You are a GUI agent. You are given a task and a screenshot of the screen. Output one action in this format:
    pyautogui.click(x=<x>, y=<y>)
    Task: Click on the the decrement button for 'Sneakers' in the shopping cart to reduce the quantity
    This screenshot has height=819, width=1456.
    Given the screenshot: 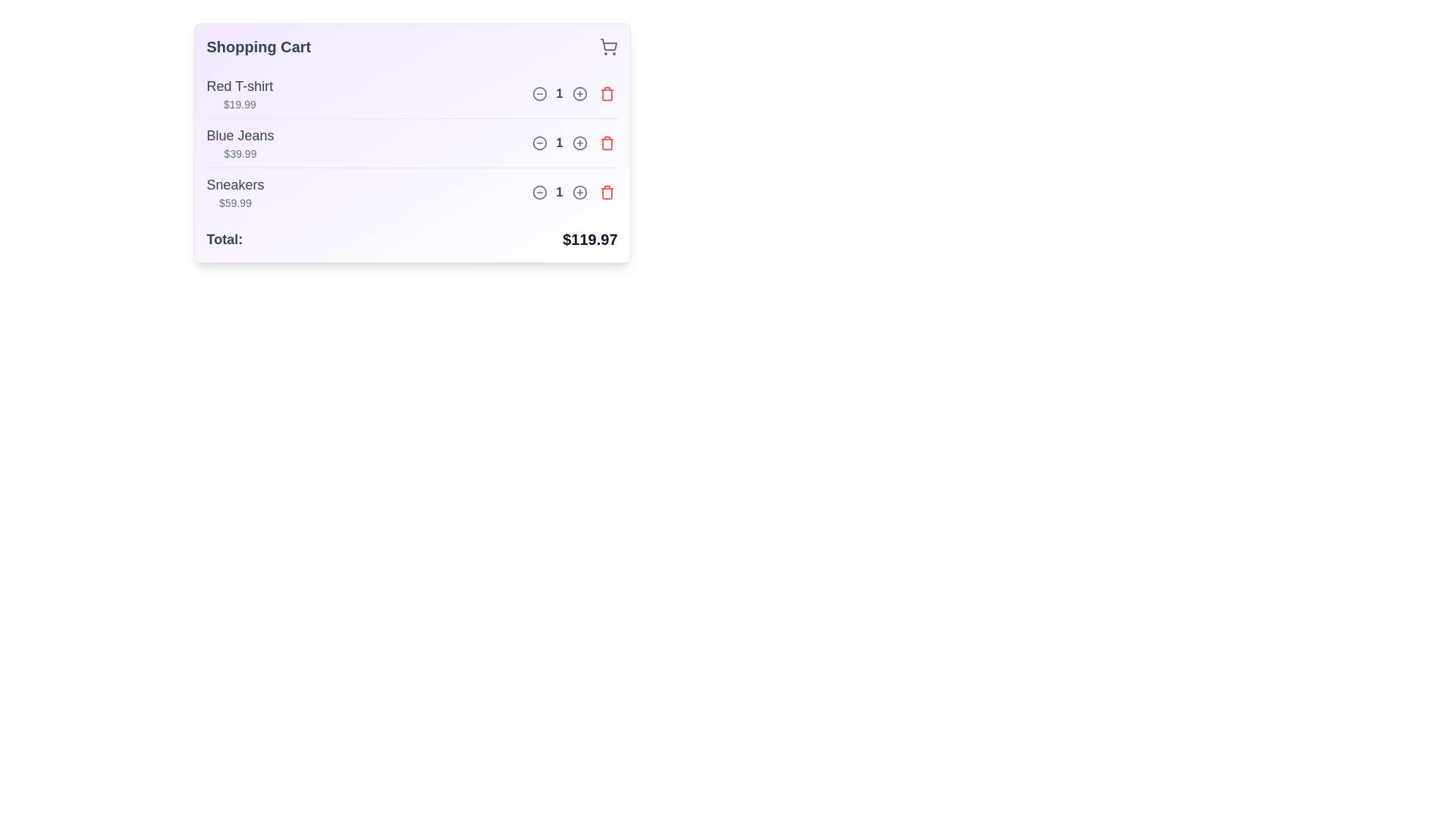 What is the action you would take?
    pyautogui.click(x=539, y=192)
    